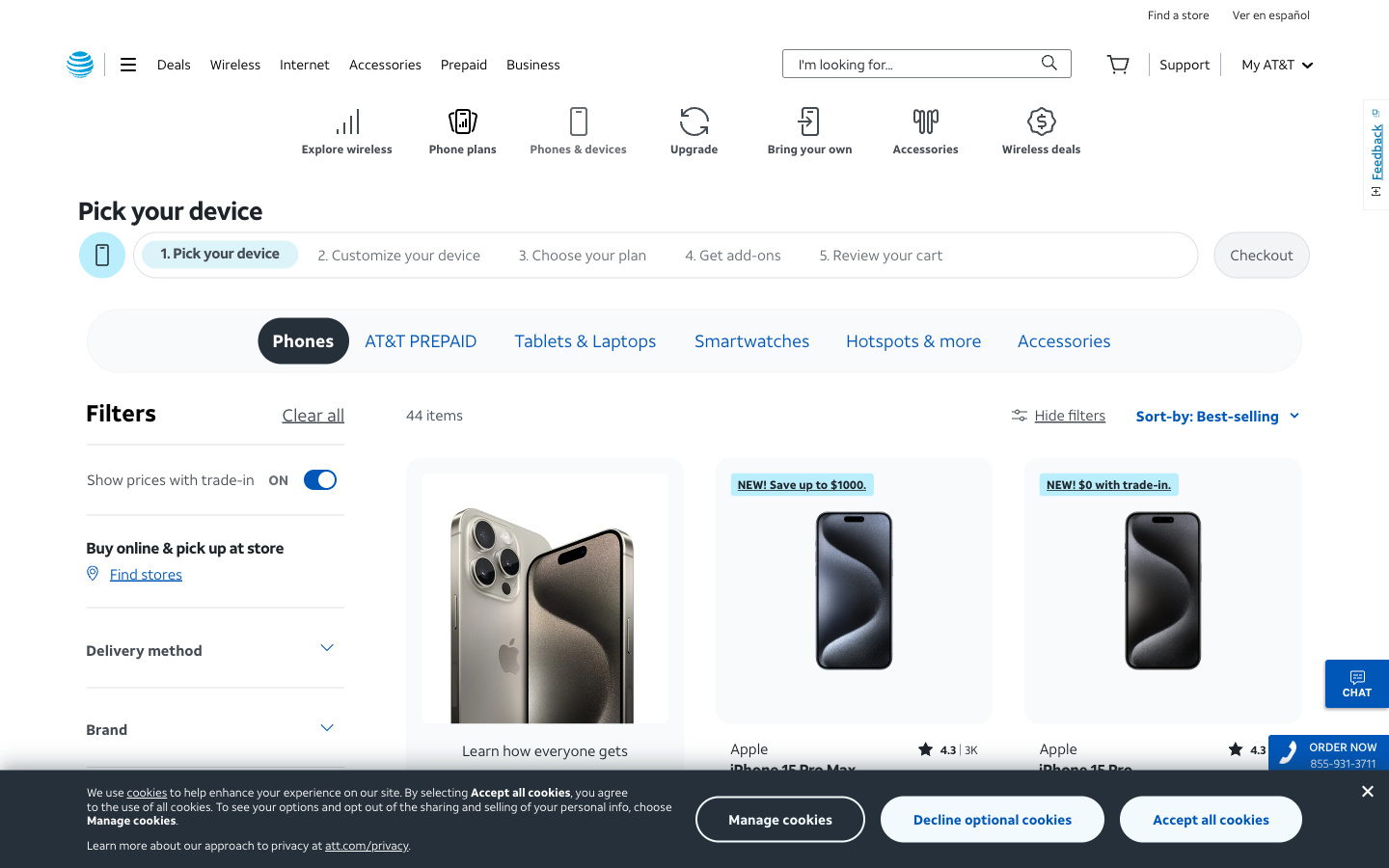 This screenshot has height=868, width=1389. I want to click on Click the button for deals on AT&T wireless, so click(1042, 131).